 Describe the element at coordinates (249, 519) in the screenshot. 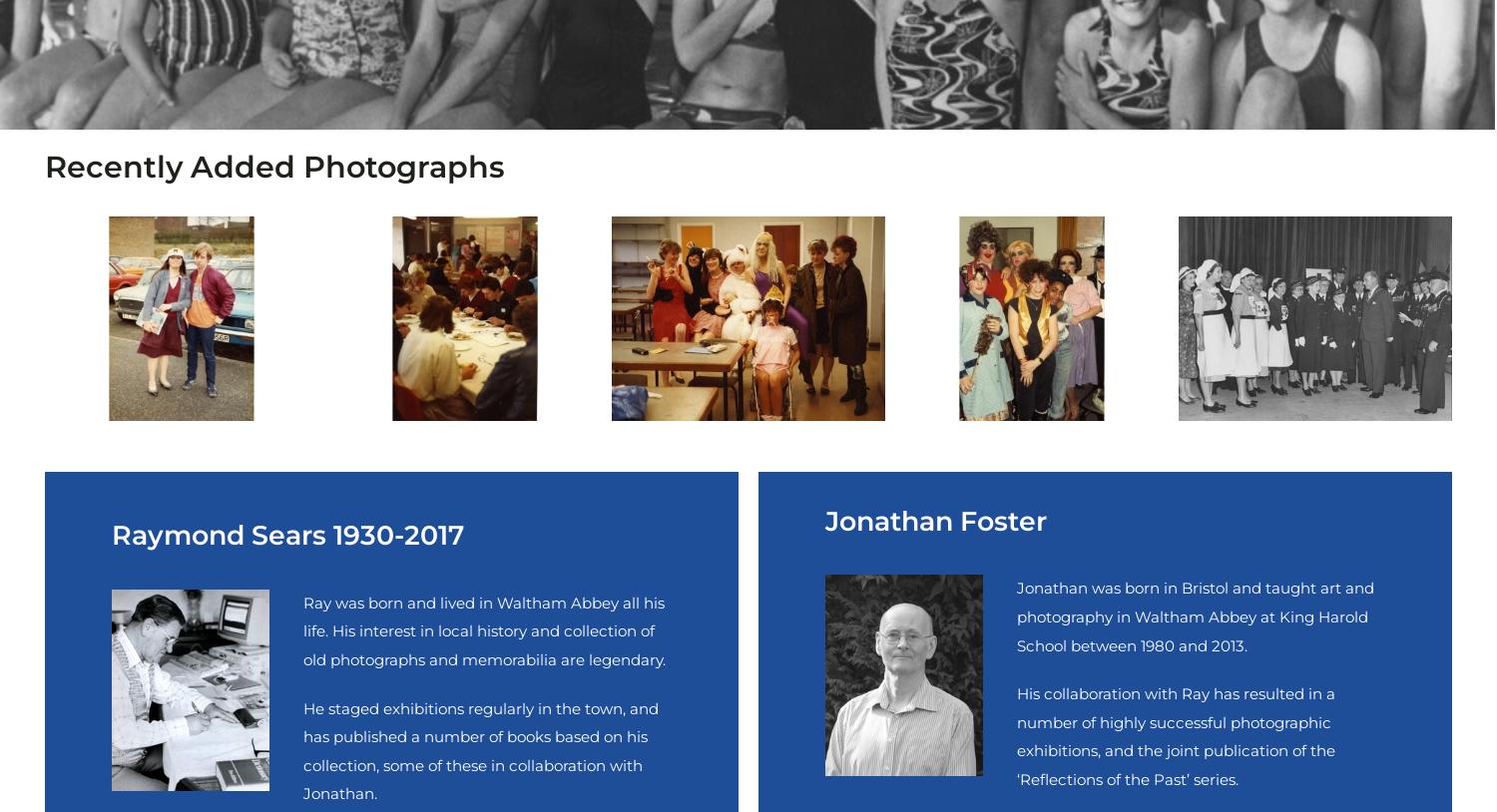

I see `'Terms and Conditions'` at that location.